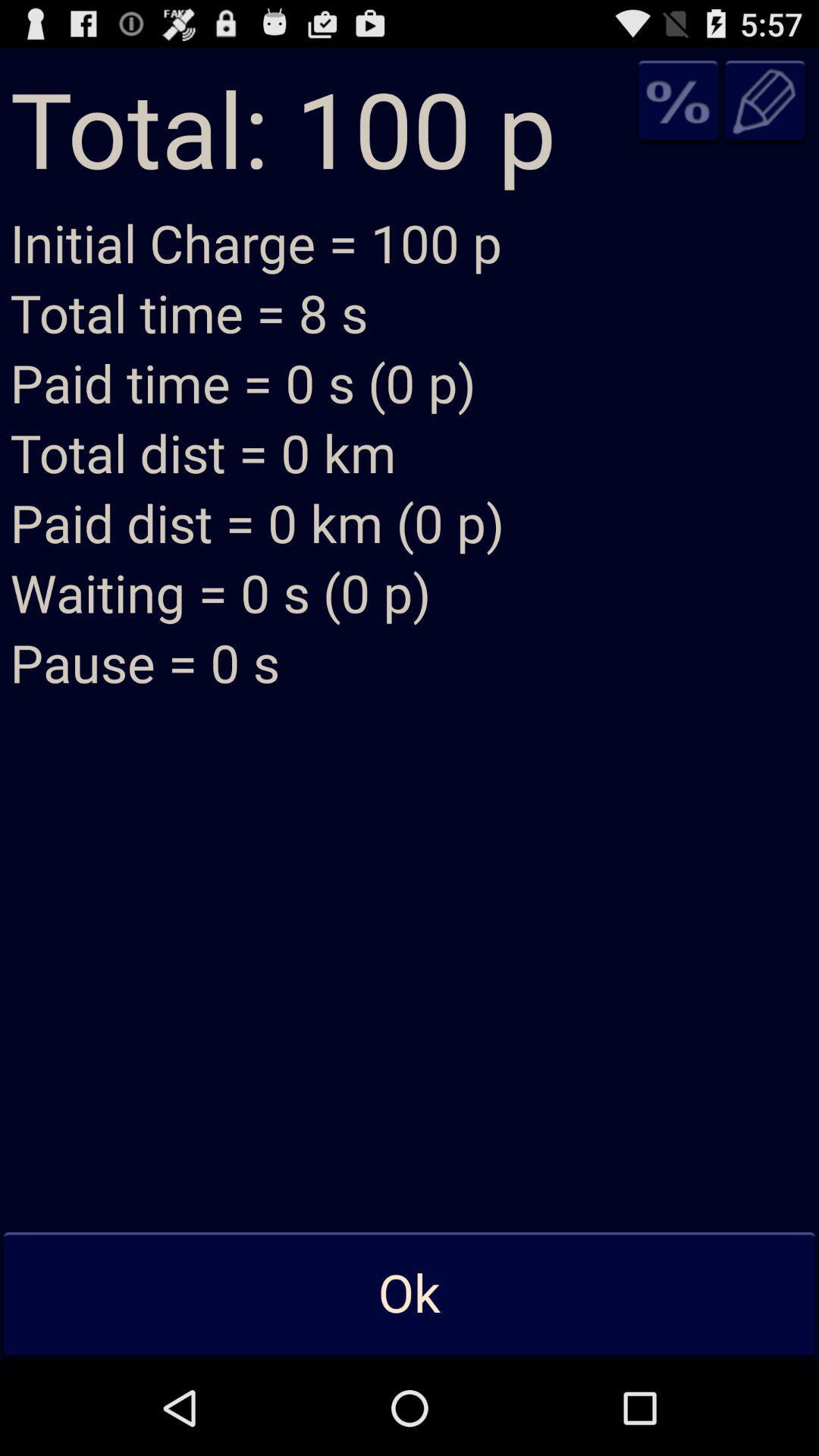  Describe the element at coordinates (677, 100) in the screenshot. I see `icon` at that location.